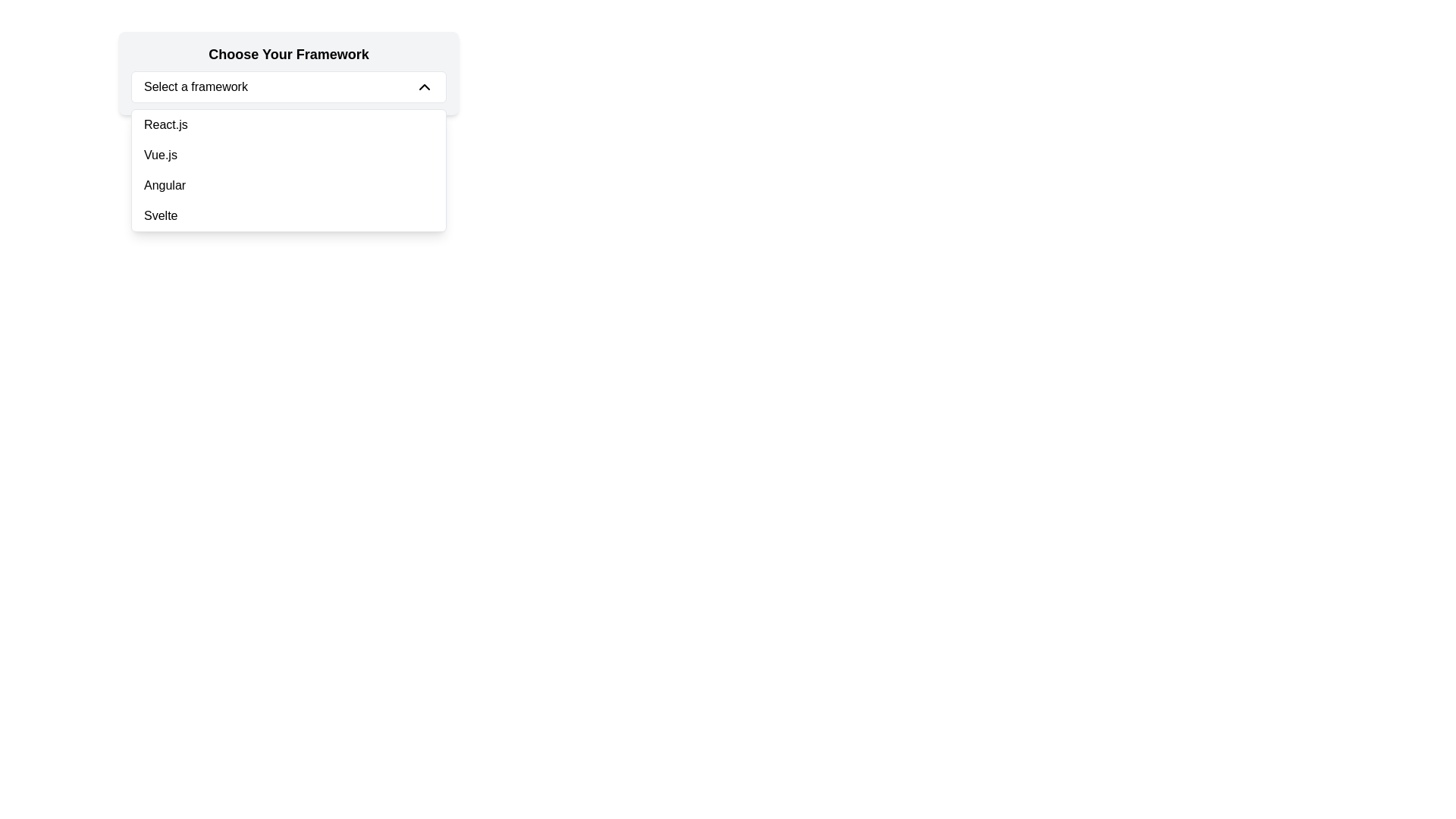 This screenshot has width=1456, height=819. Describe the element at coordinates (425, 87) in the screenshot. I see `the Chevron Up icon located at the rightmost edge of the 'Select a framework' dropdown` at that location.